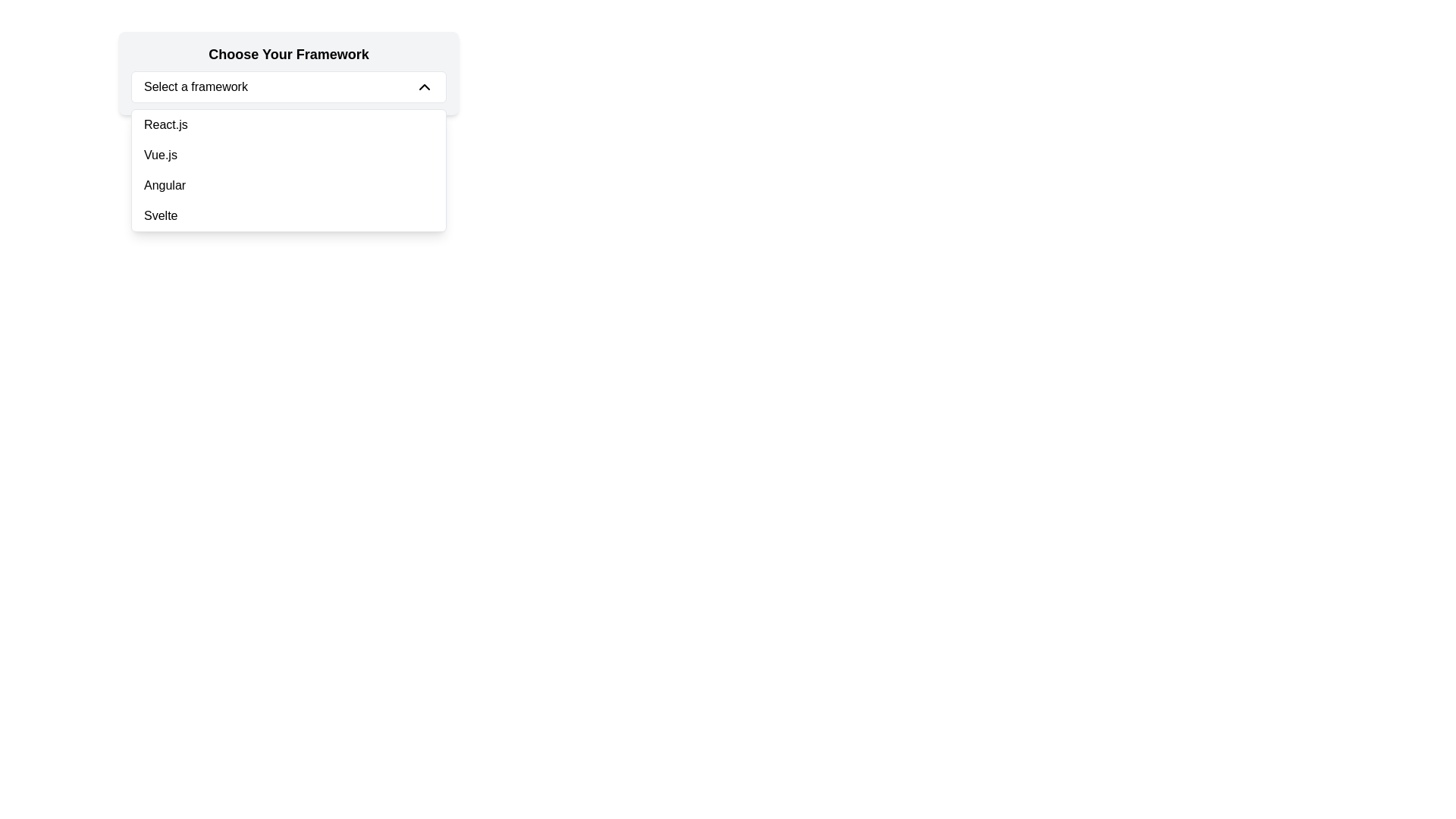 This screenshot has width=1456, height=819. Describe the element at coordinates (425, 87) in the screenshot. I see `the Chevron Up icon located at the rightmost edge of the 'Select a framework' dropdown` at that location.